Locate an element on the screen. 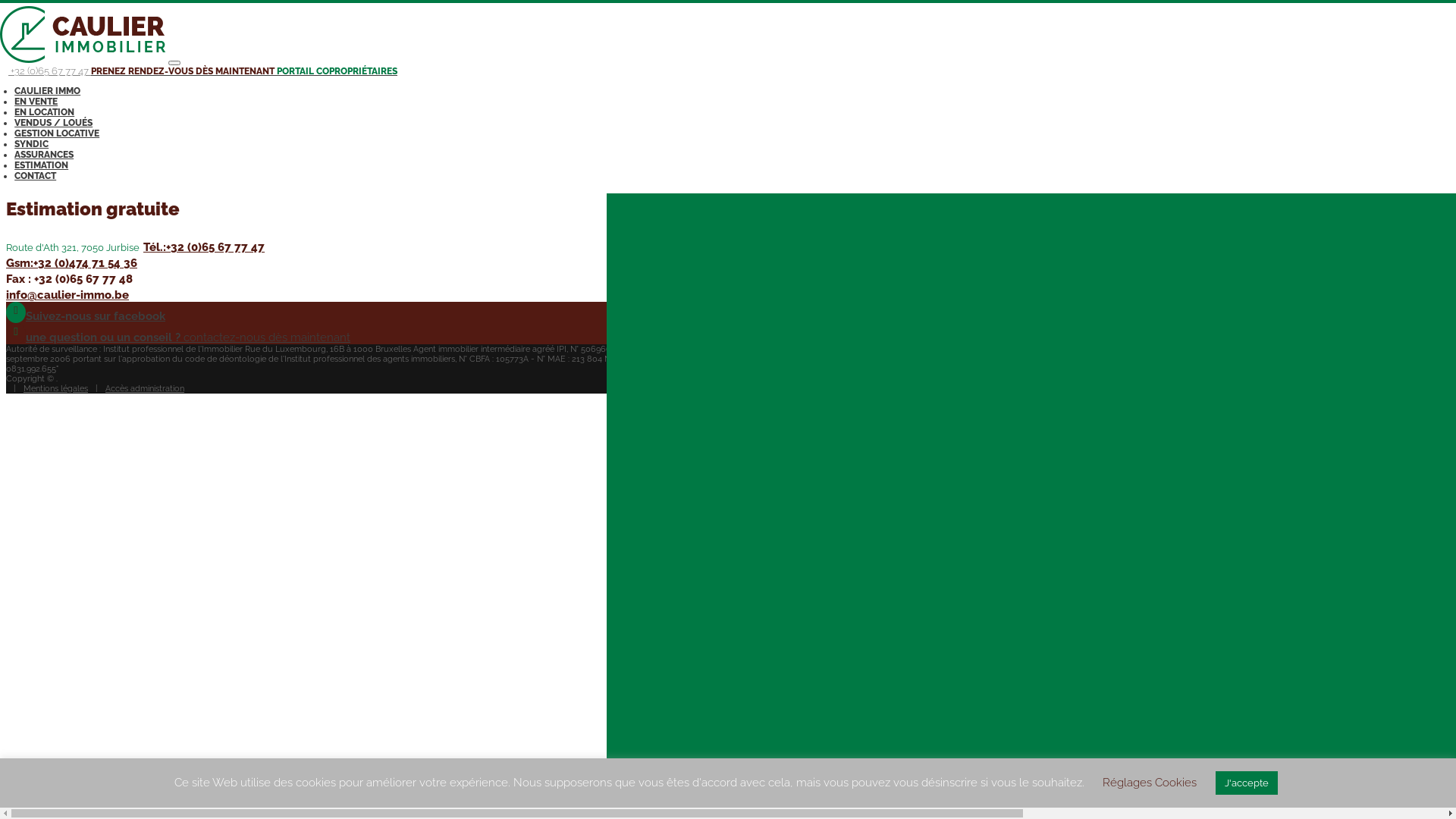  'info@caulier-immo.be' is located at coordinates (67, 295).